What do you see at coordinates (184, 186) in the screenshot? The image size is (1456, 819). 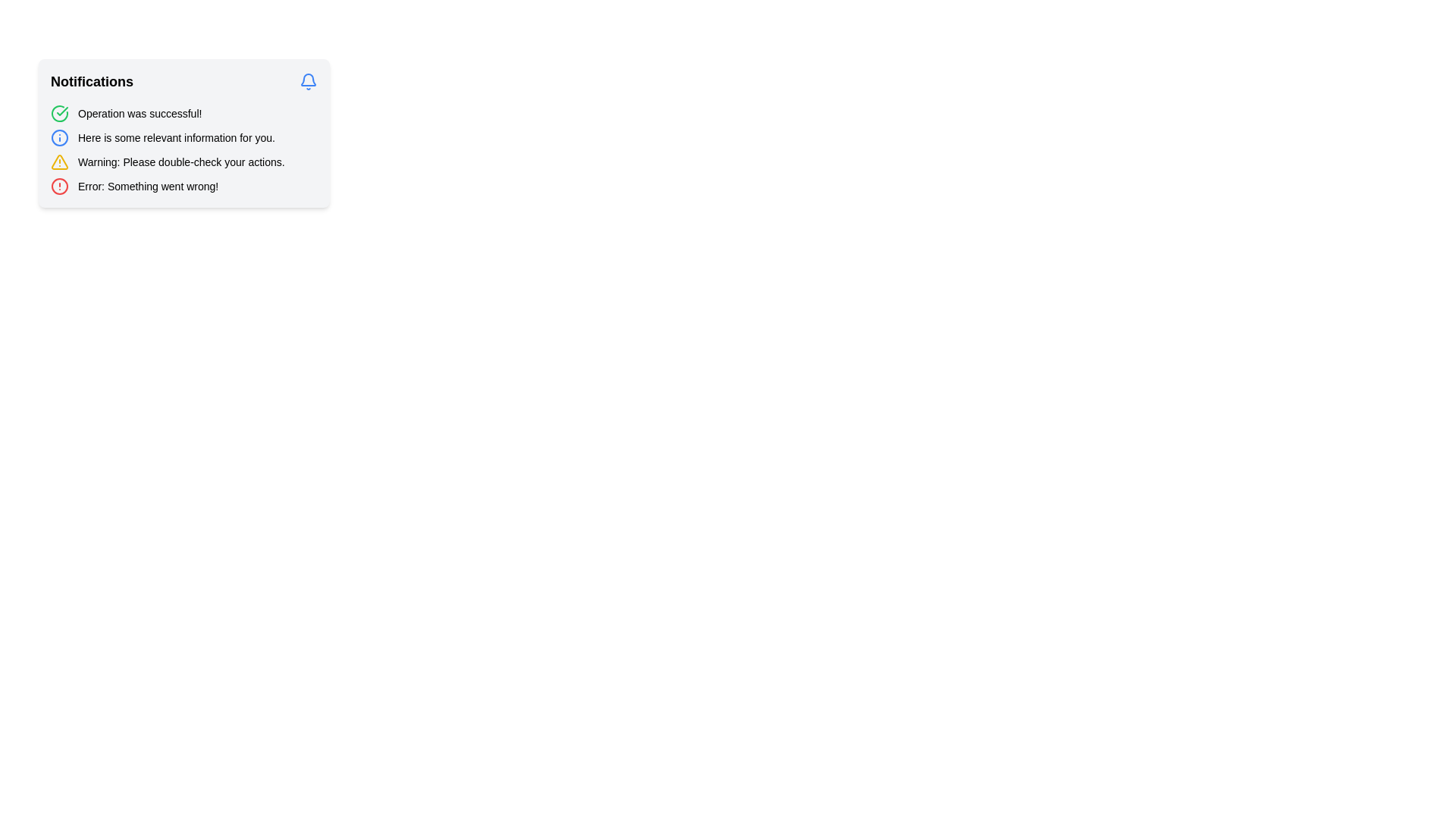 I see `the fourth notification alert in the vertically stacked list, which has a red-colored icon and bold text indicating an error` at bounding box center [184, 186].